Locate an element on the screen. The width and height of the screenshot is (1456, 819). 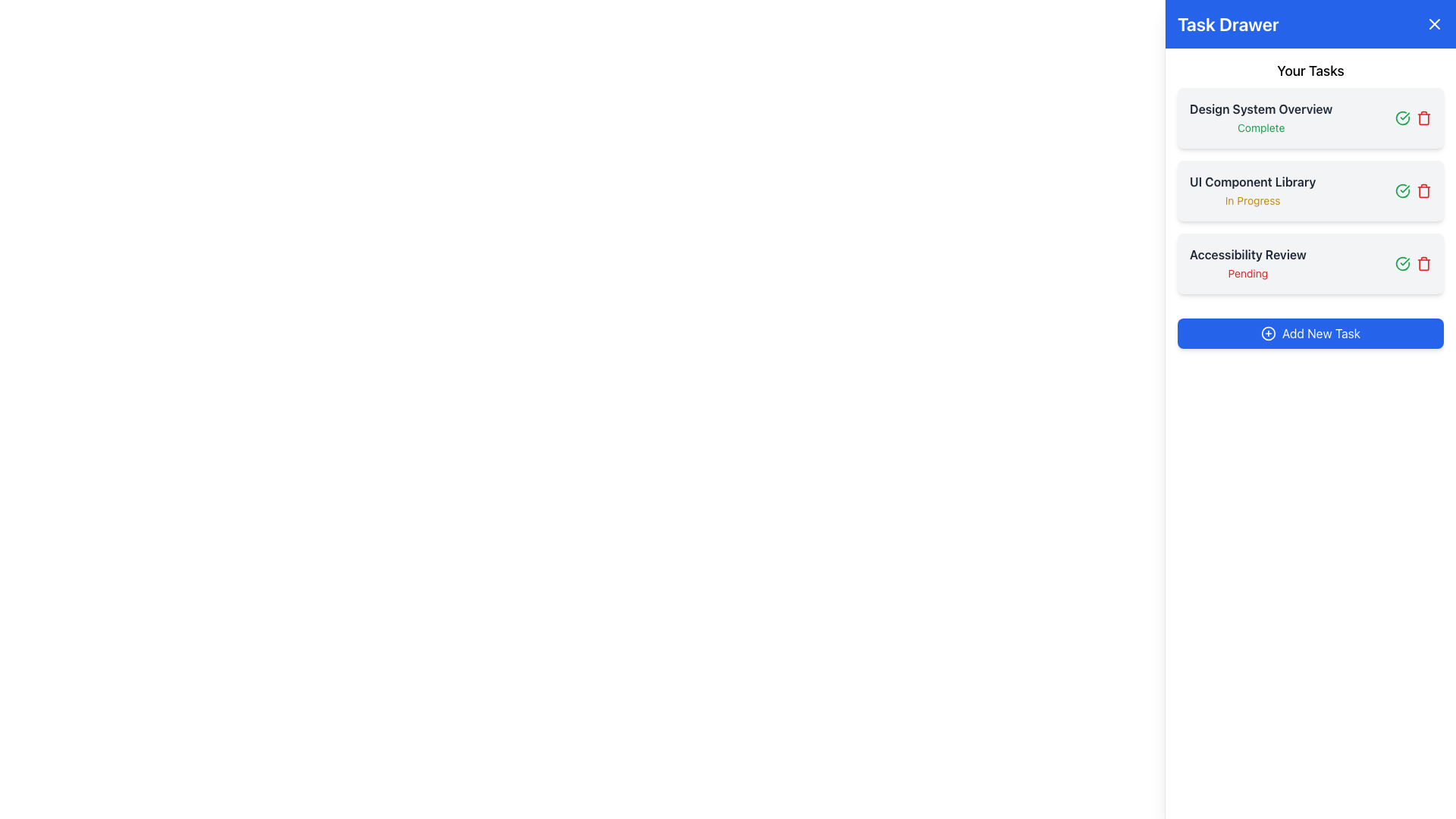
the text label reading 'Design System Overview' located in the 'Your Tasks' sidebar, positioned above the 'Complete' status text is located at coordinates (1261, 108).